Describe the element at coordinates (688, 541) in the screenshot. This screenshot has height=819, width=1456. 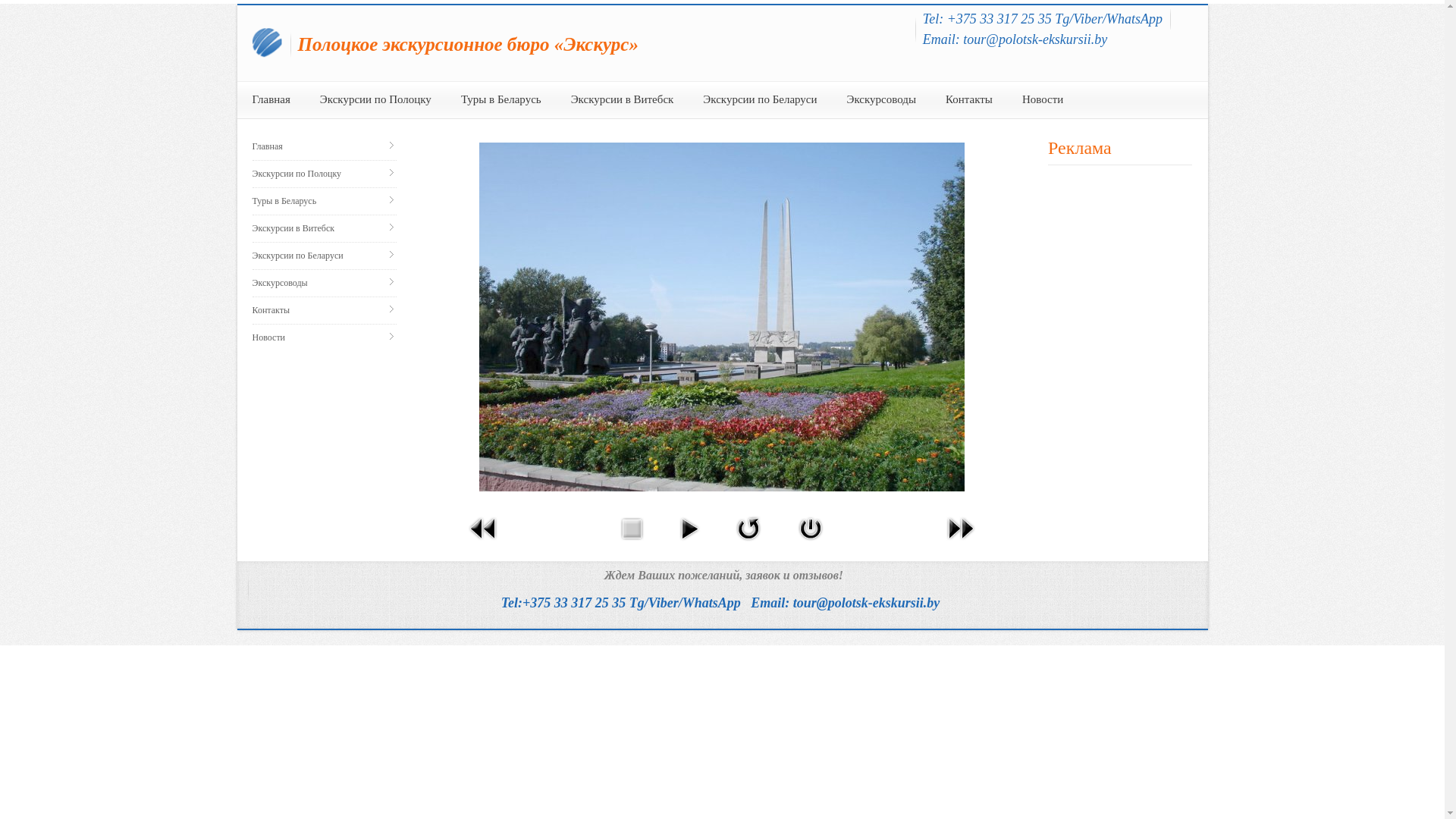
I see `'Start Slideshow'` at that location.